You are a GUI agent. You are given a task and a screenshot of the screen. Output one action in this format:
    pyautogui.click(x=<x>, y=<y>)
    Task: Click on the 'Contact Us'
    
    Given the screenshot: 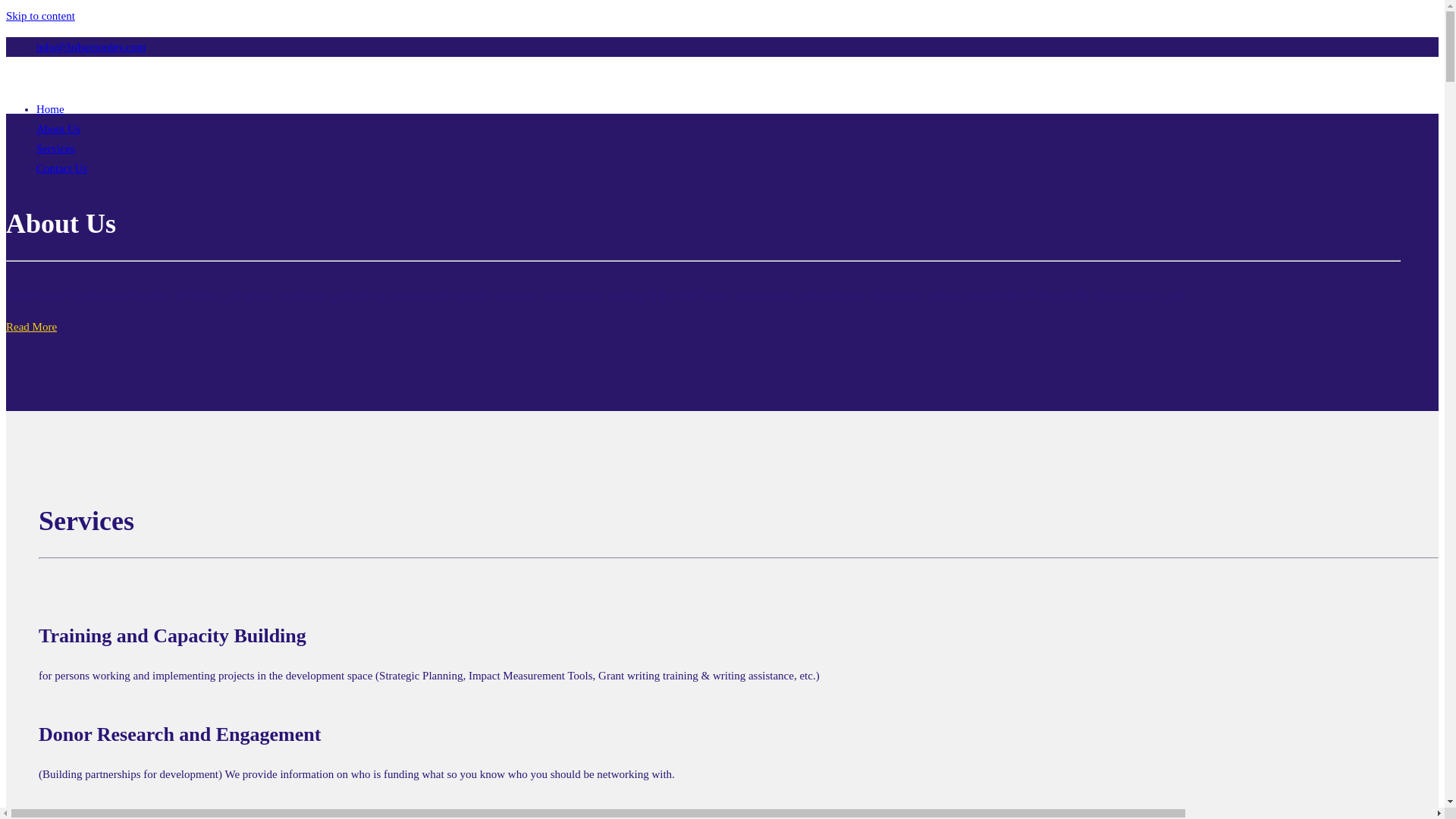 What is the action you would take?
    pyautogui.click(x=61, y=168)
    